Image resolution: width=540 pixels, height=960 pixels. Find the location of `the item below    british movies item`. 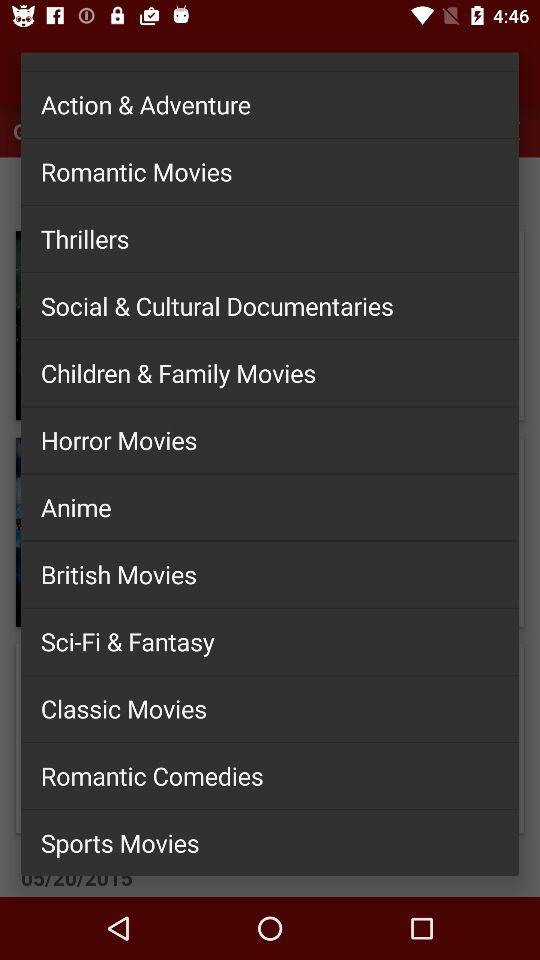

the item below    british movies item is located at coordinates (270, 640).